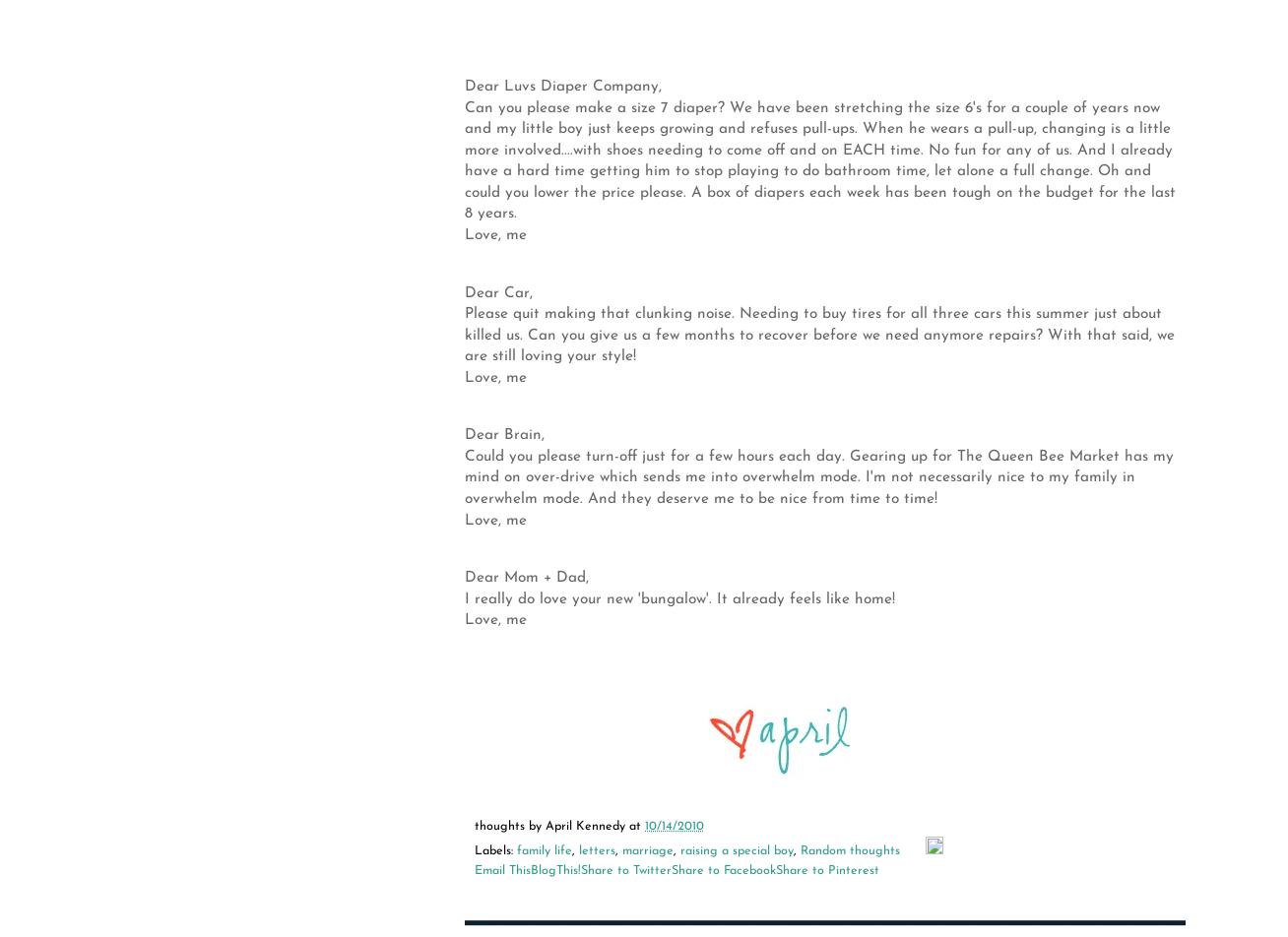 This screenshot has height=937, width=1288. I want to click on 'I really do love your new 'bungalow'. It already feels like home!', so click(679, 598).